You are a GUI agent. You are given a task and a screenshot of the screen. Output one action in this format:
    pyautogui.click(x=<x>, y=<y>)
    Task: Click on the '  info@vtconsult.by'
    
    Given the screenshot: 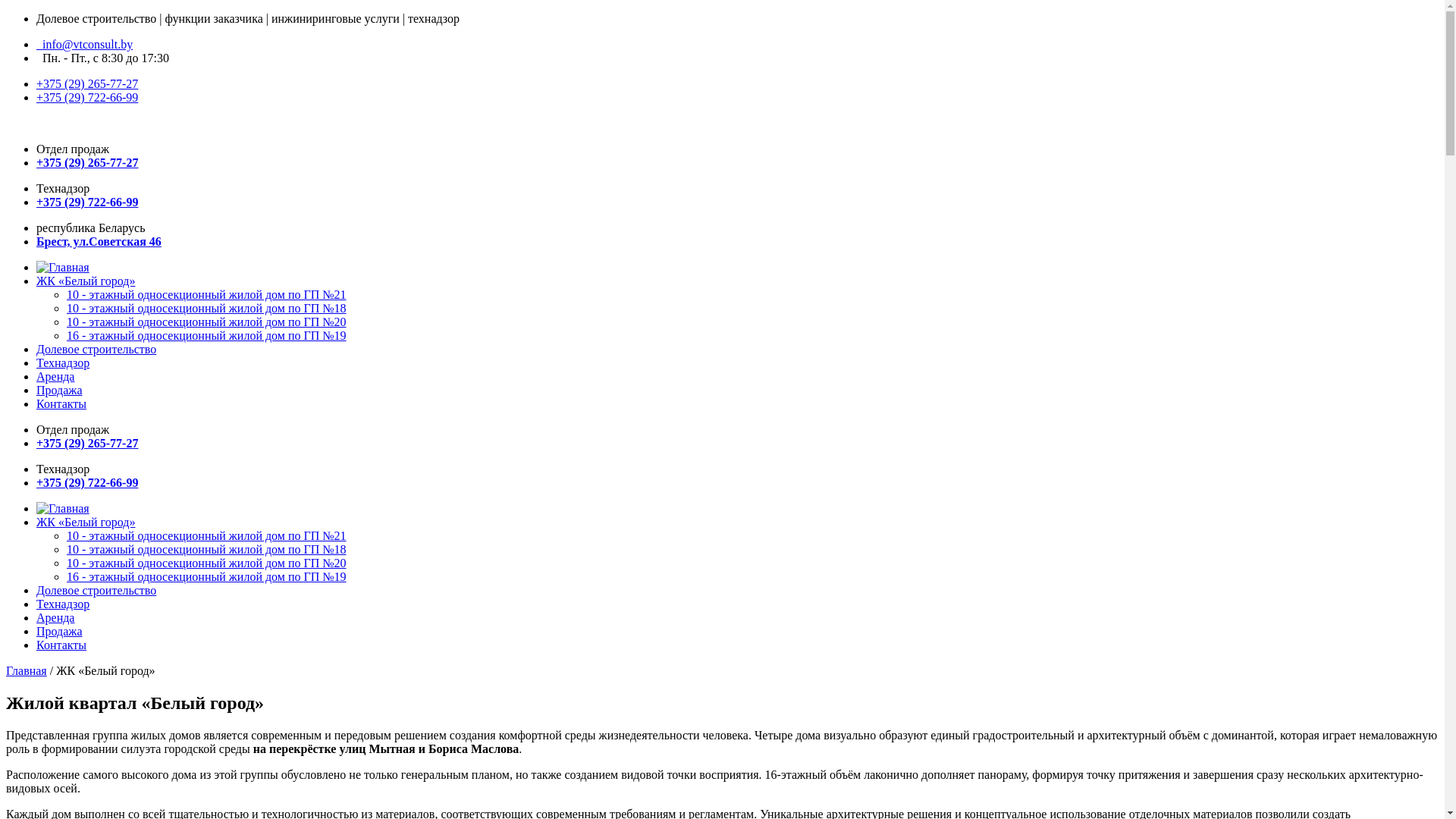 What is the action you would take?
    pyautogui.click(x=83, y=43)
    